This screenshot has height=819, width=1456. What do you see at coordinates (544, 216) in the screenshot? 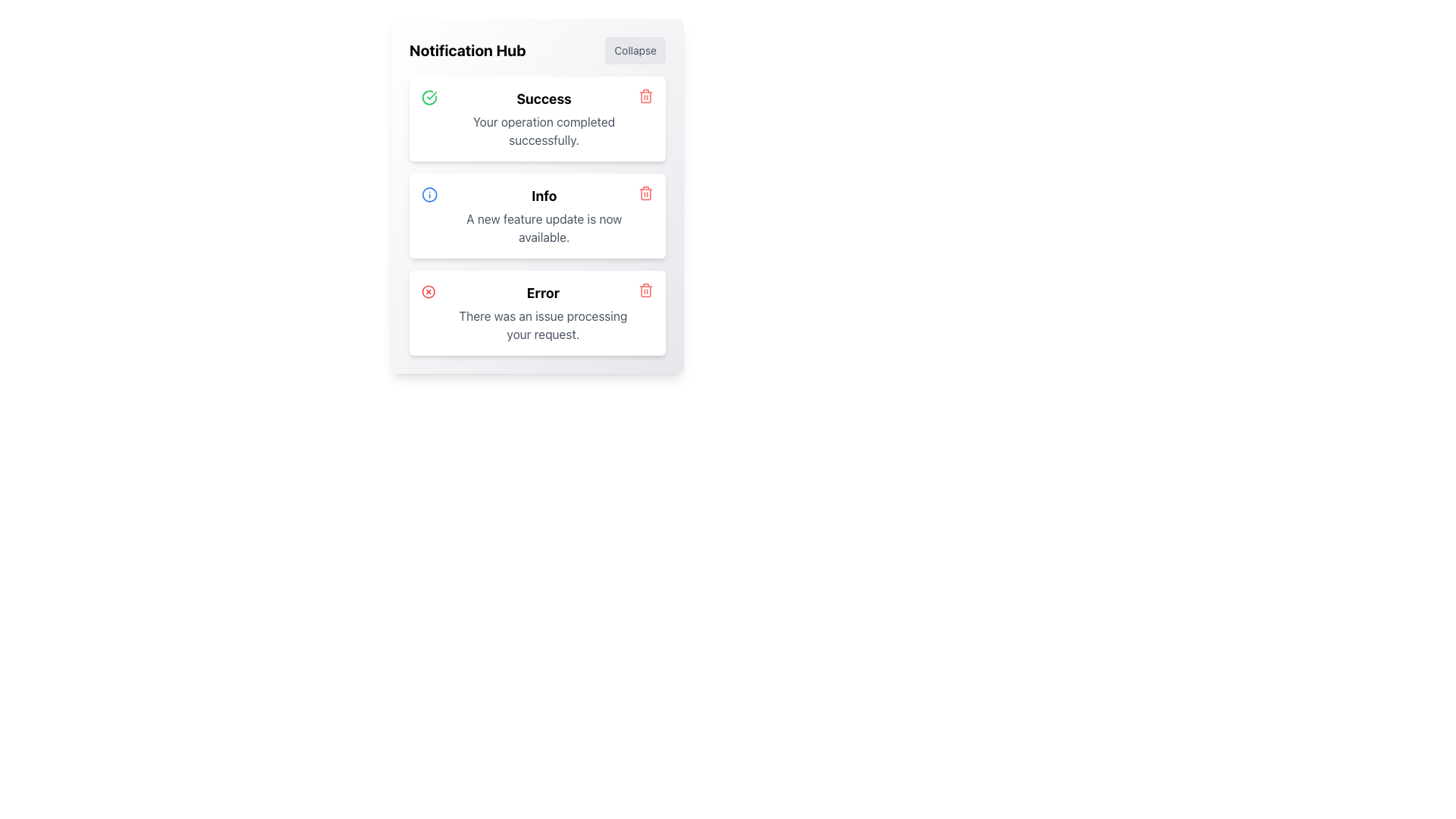
I see `the second notification item in the 'Notification Hub', which informs the user about a new feature update` at bounding box center [544, 216].